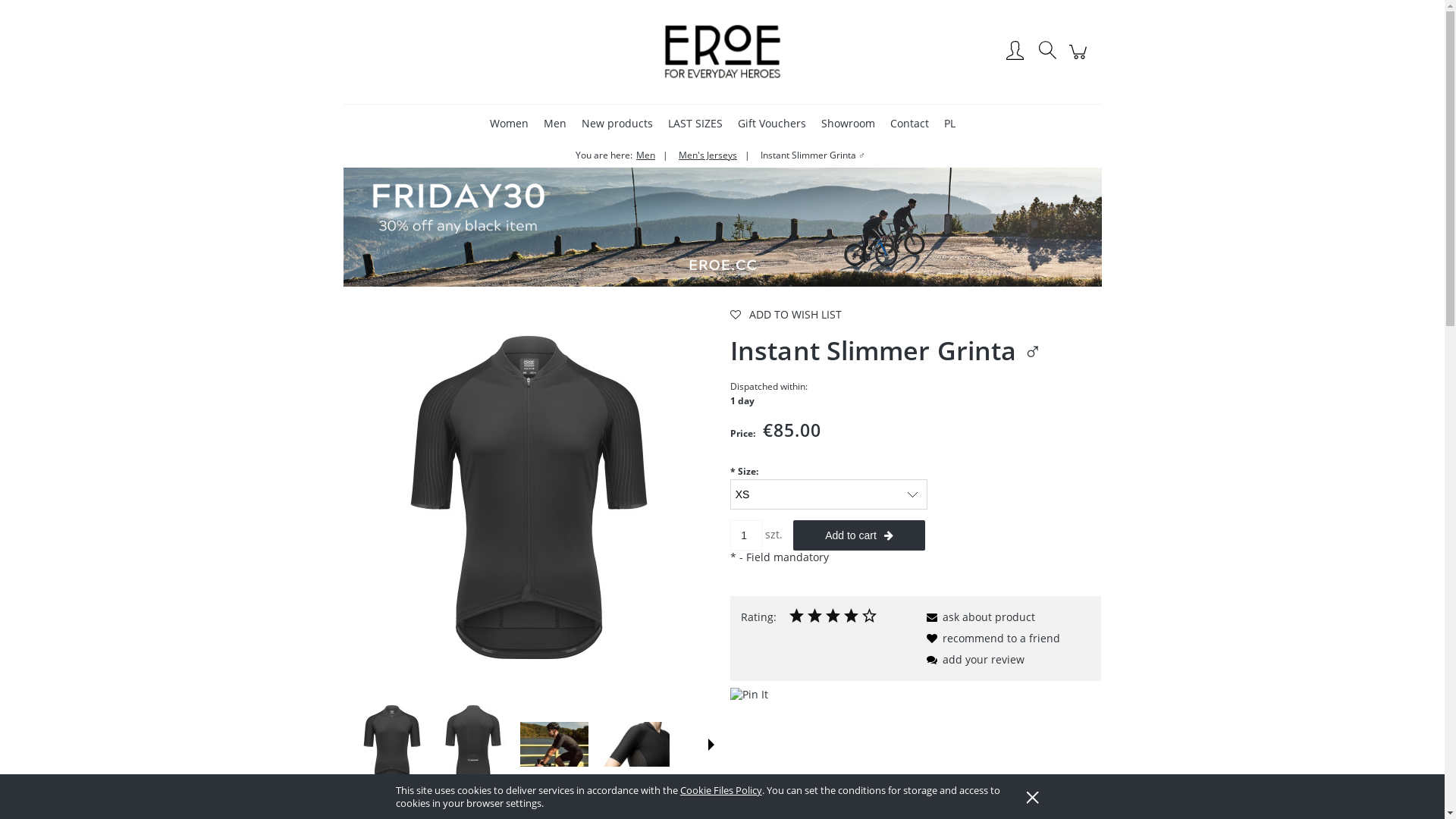 Image resolution: width=1456 pixels, height=819 pixels. What do you see at coordinates (1078, 58) in the screenshot?
I see `'Cart'` at bounding box center [1078, 58].